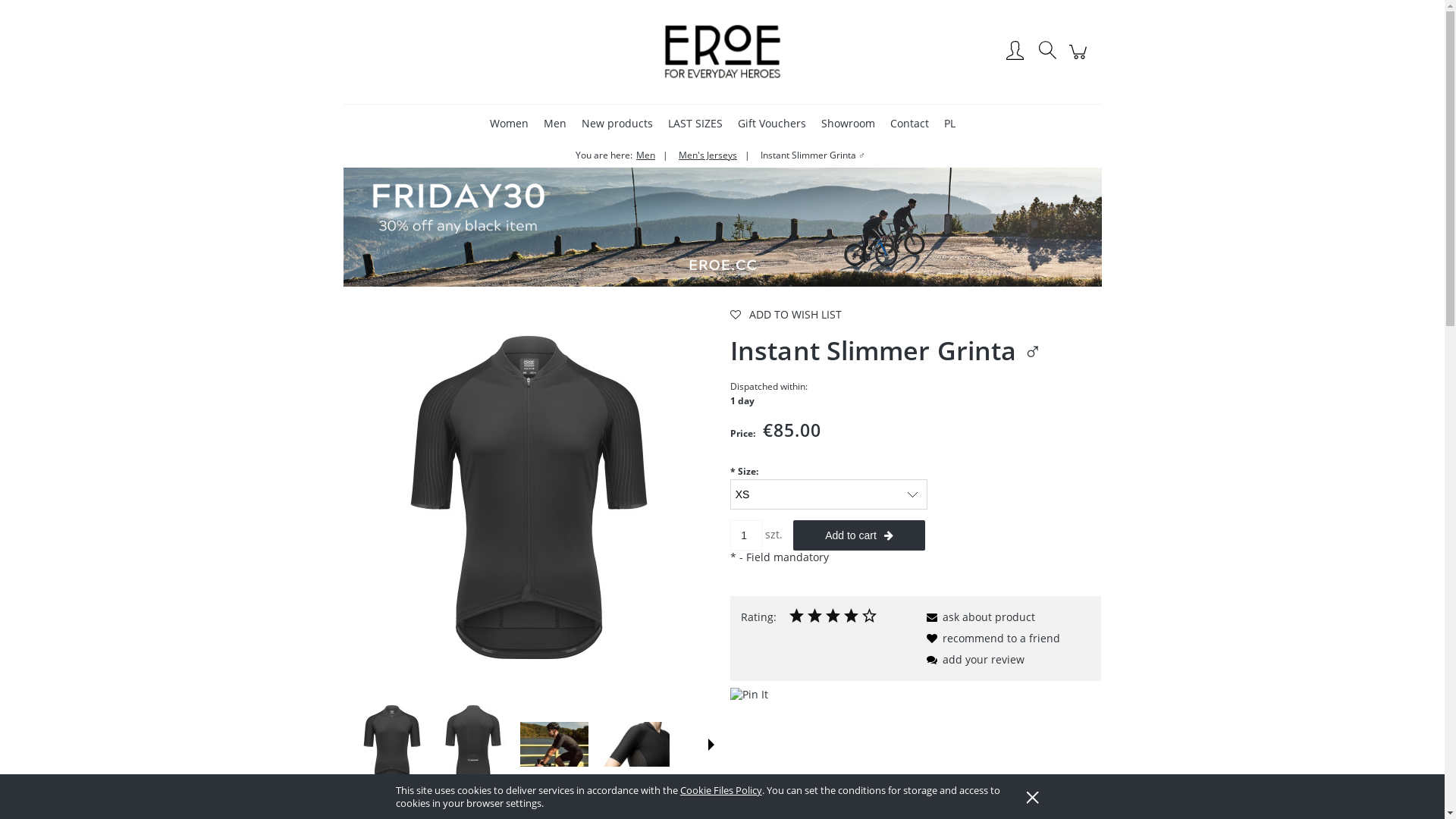 Image resolution: width=1456 pixels, height=819 pixels. What do you see at coordinates (1078, 58) in the screenshot?
I see `'Cart'` at bounding box center [1078, 58].